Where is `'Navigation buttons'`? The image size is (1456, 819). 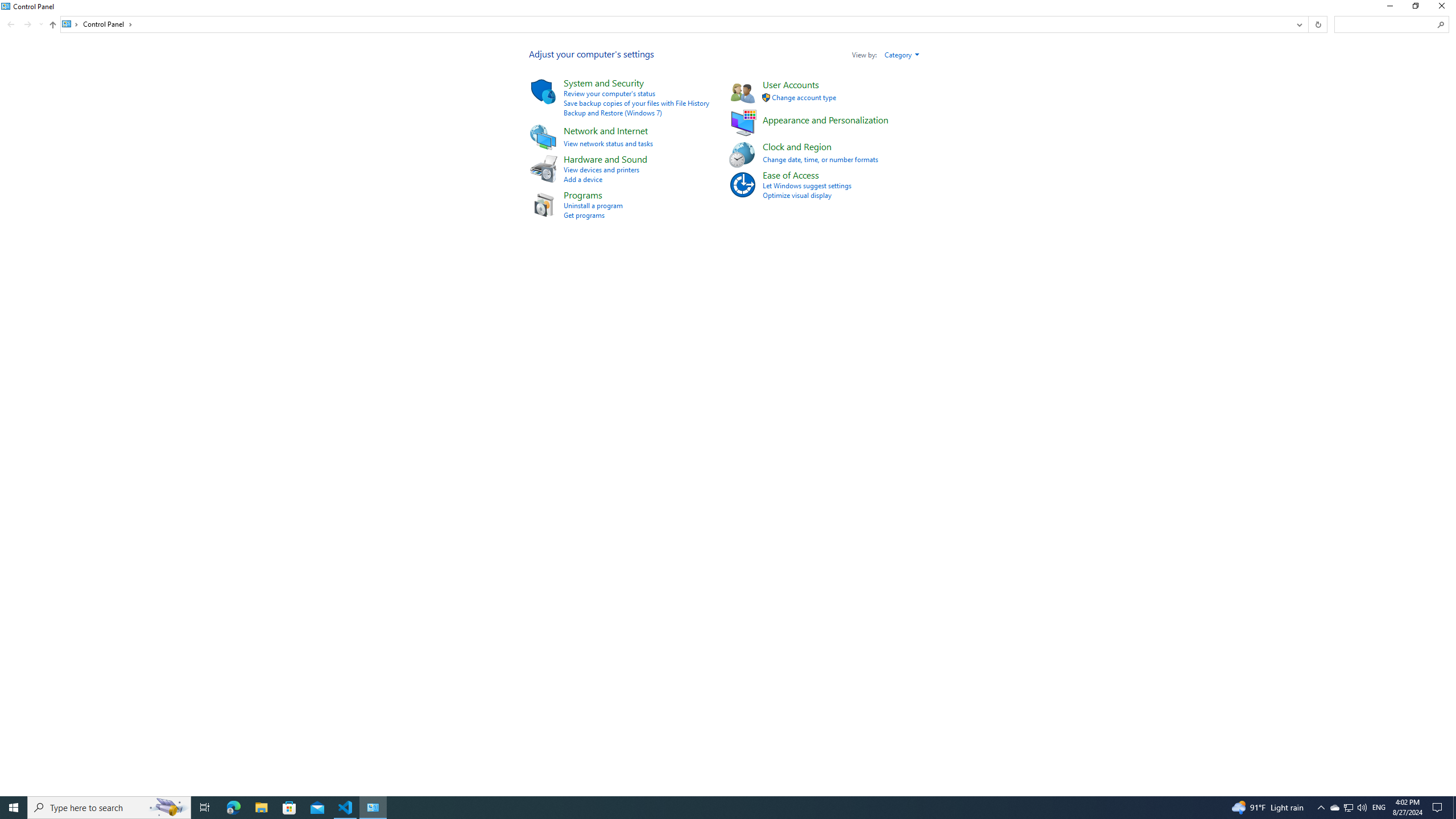
'Navigation buttons' is located at coordinates (24, 24).